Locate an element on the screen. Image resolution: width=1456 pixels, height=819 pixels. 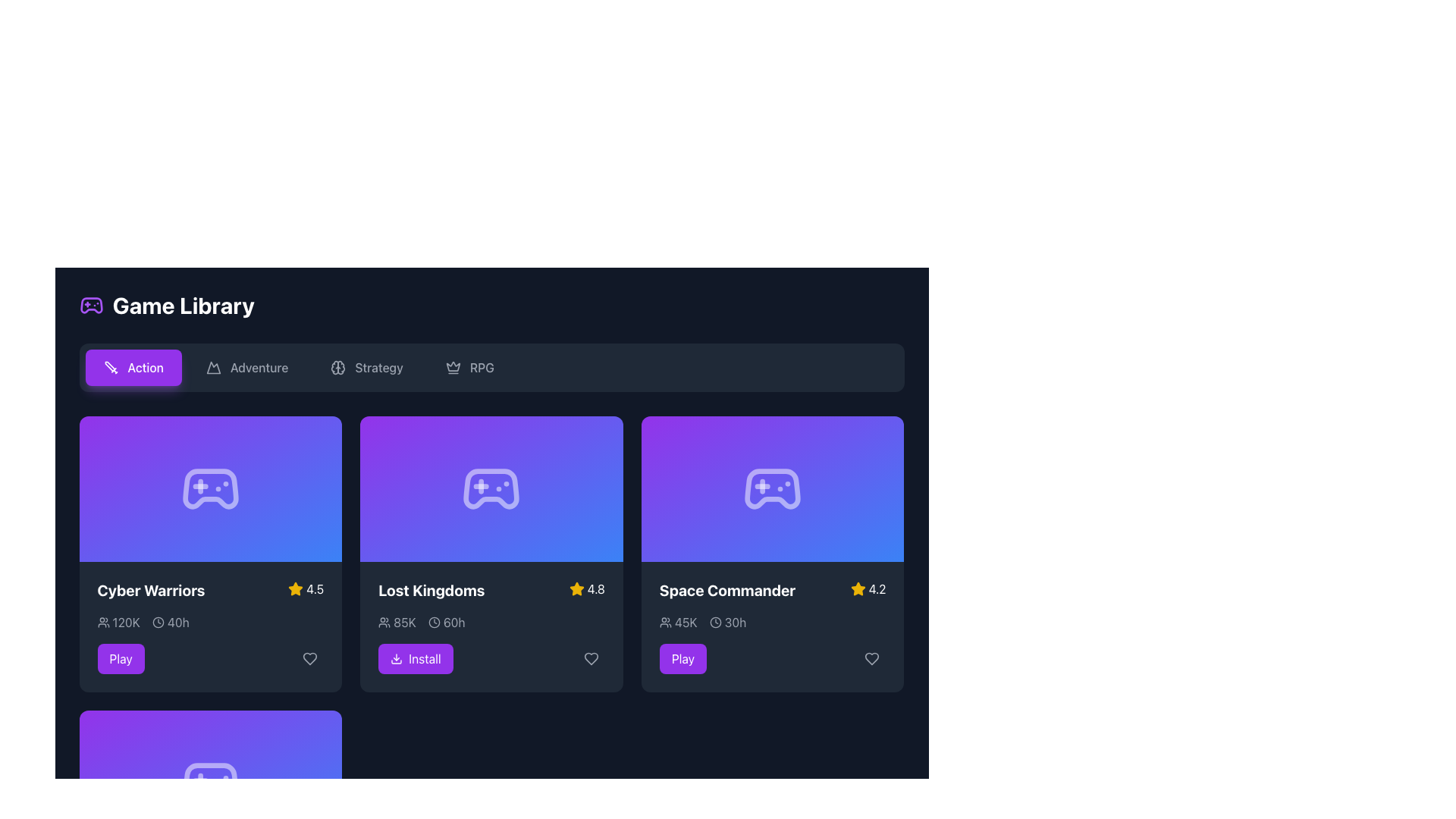
the circular clock icon in the 'Space Commander' game card, which is located just to the left of the text '30h' is located at coordinates (714, 623).